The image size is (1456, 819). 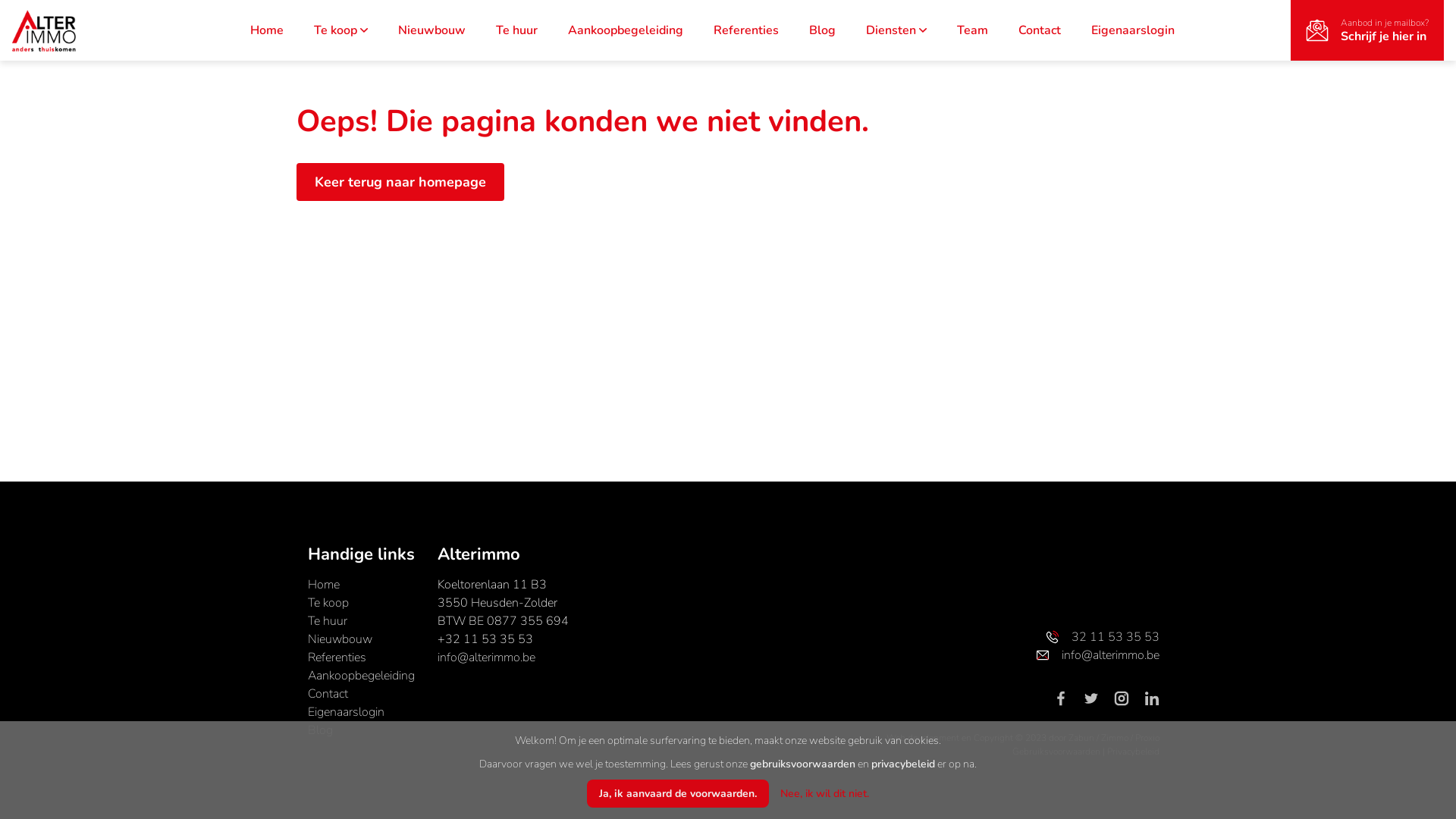 What do you see at coordinates (566, 30) in the screenshot?
I see `'Aankoopbegeleiding'` at bounding box center [566, 30].